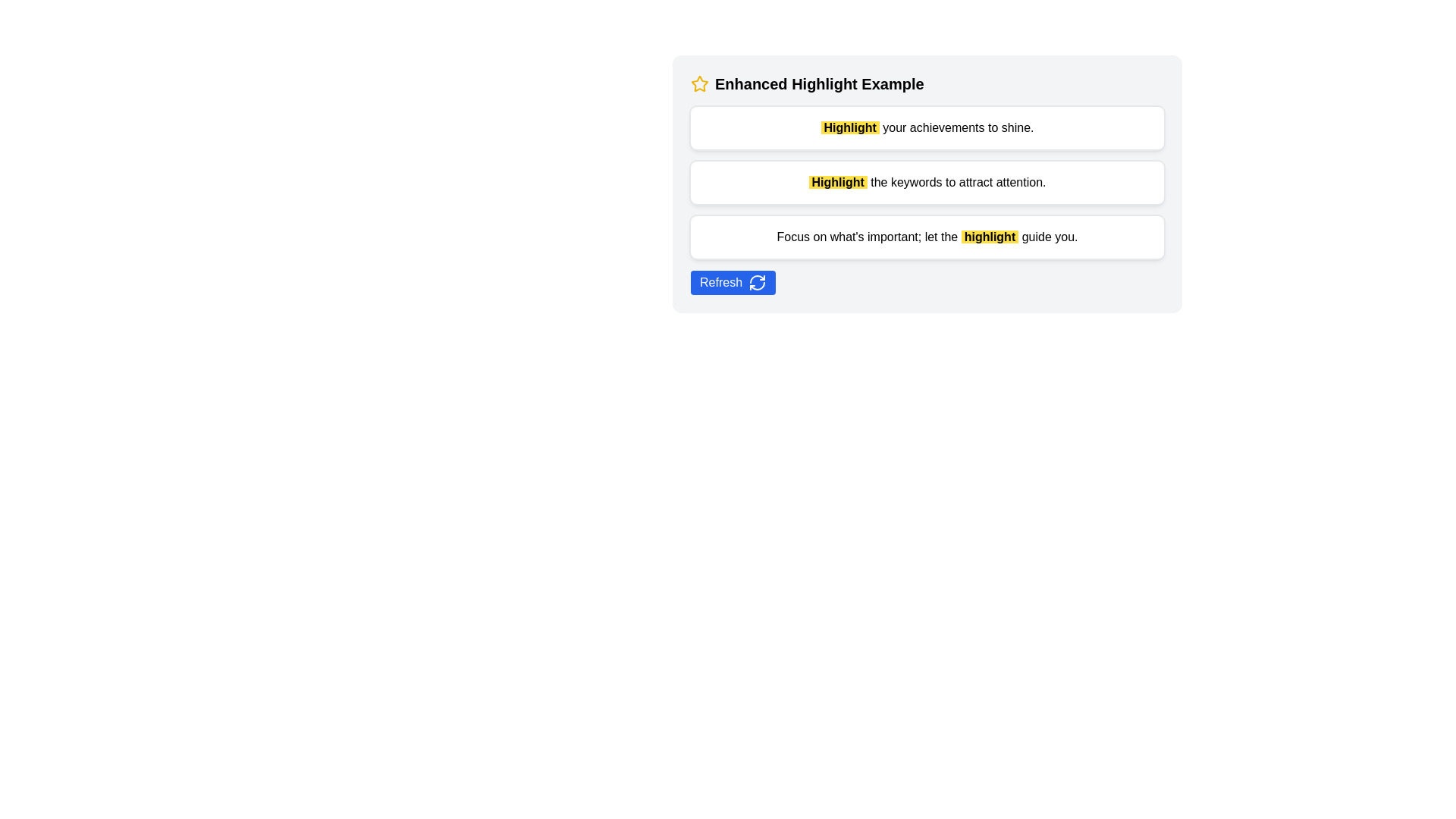 The height and width of the screenshot is (819, 1456). What do you see at coordinates (927, 181) in the screenshot?
I see `the text content block that highlights important achievements and keywords, located centrally within the 'Enhanced Highlight Example' grouping box` at bounding box center [927, 181].